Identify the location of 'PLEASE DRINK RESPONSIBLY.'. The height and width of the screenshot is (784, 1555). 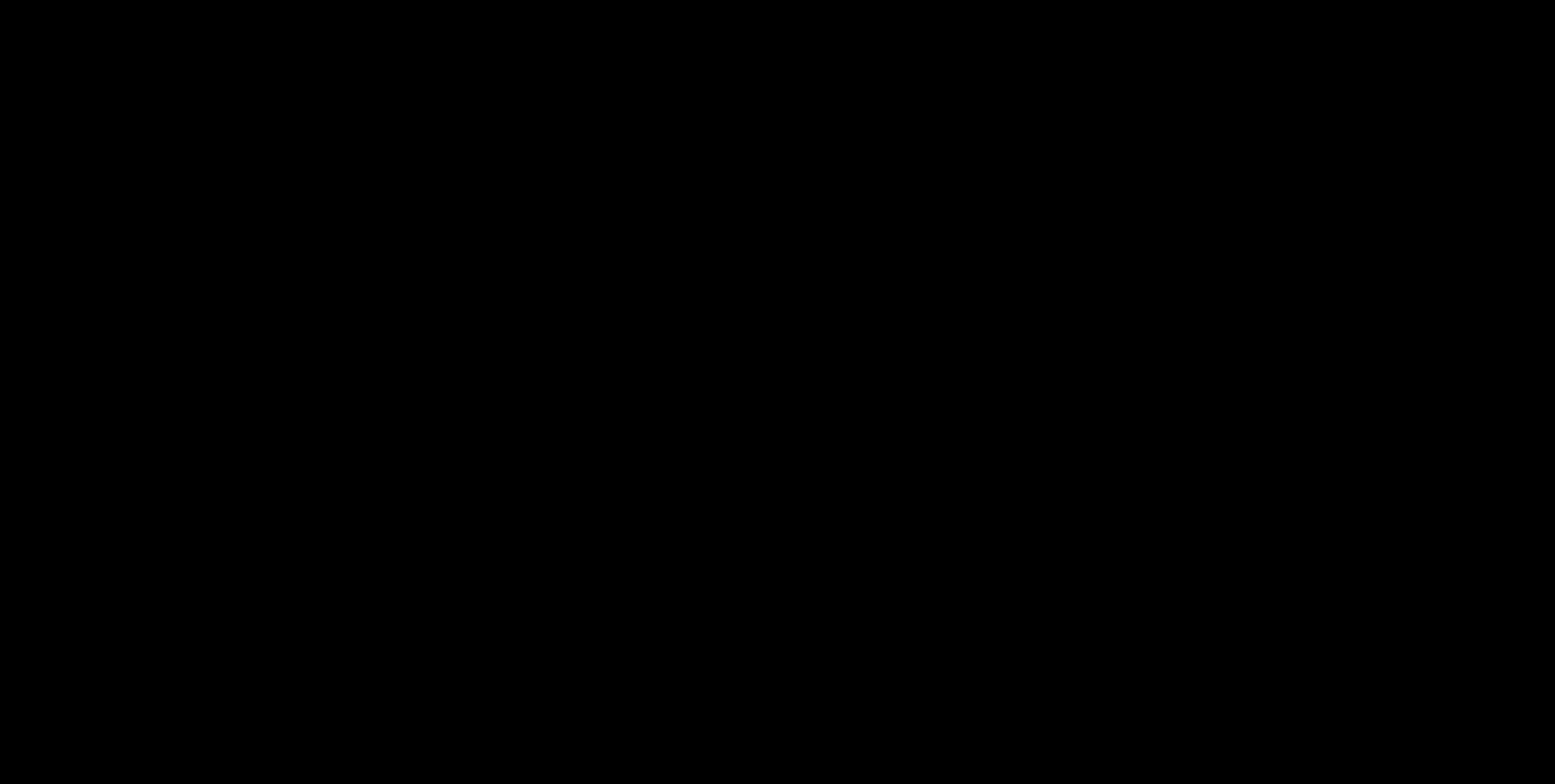
(776, 691).